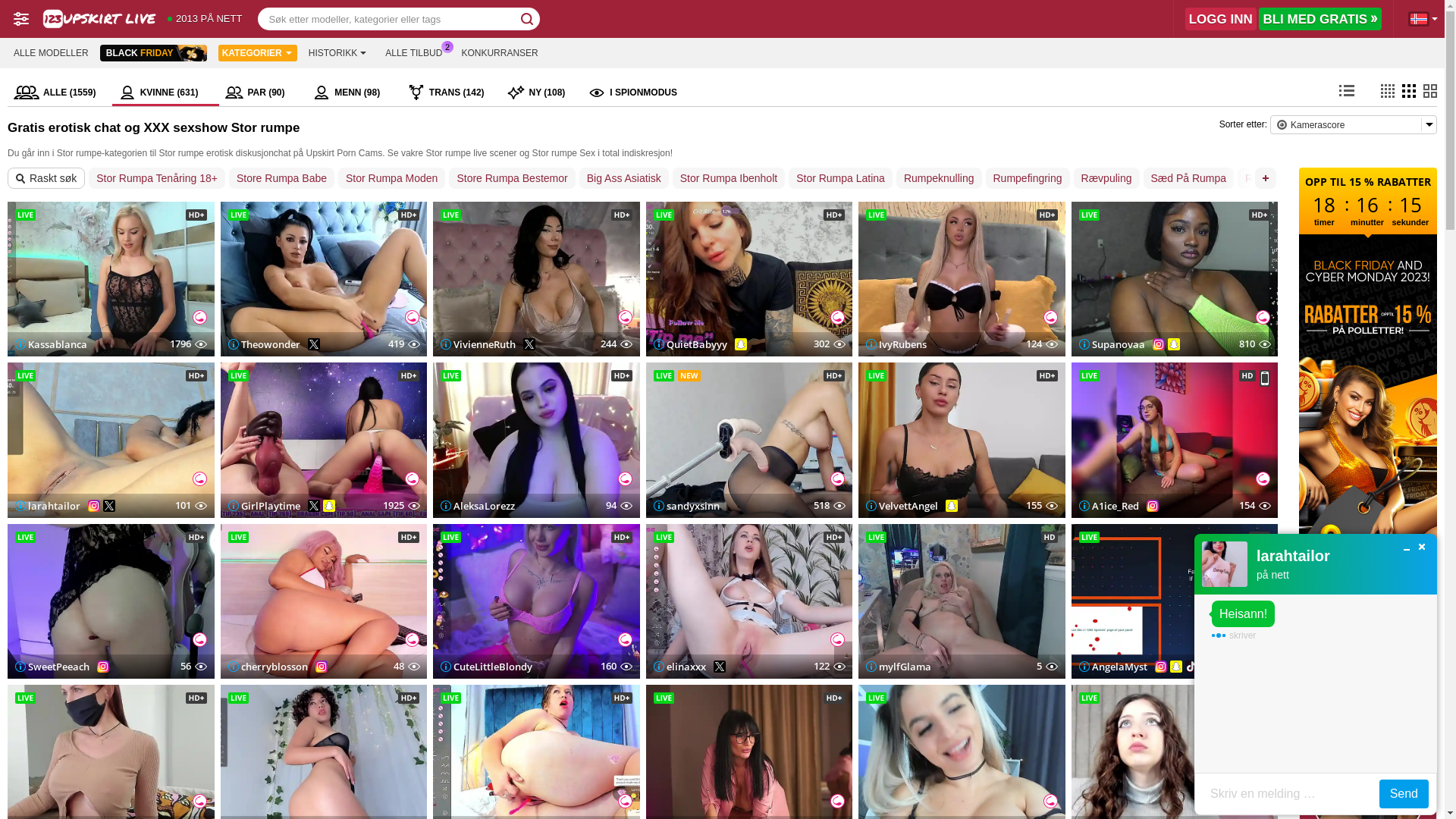  I want to click on 'ALLE TILBUD', so click(413, 52).